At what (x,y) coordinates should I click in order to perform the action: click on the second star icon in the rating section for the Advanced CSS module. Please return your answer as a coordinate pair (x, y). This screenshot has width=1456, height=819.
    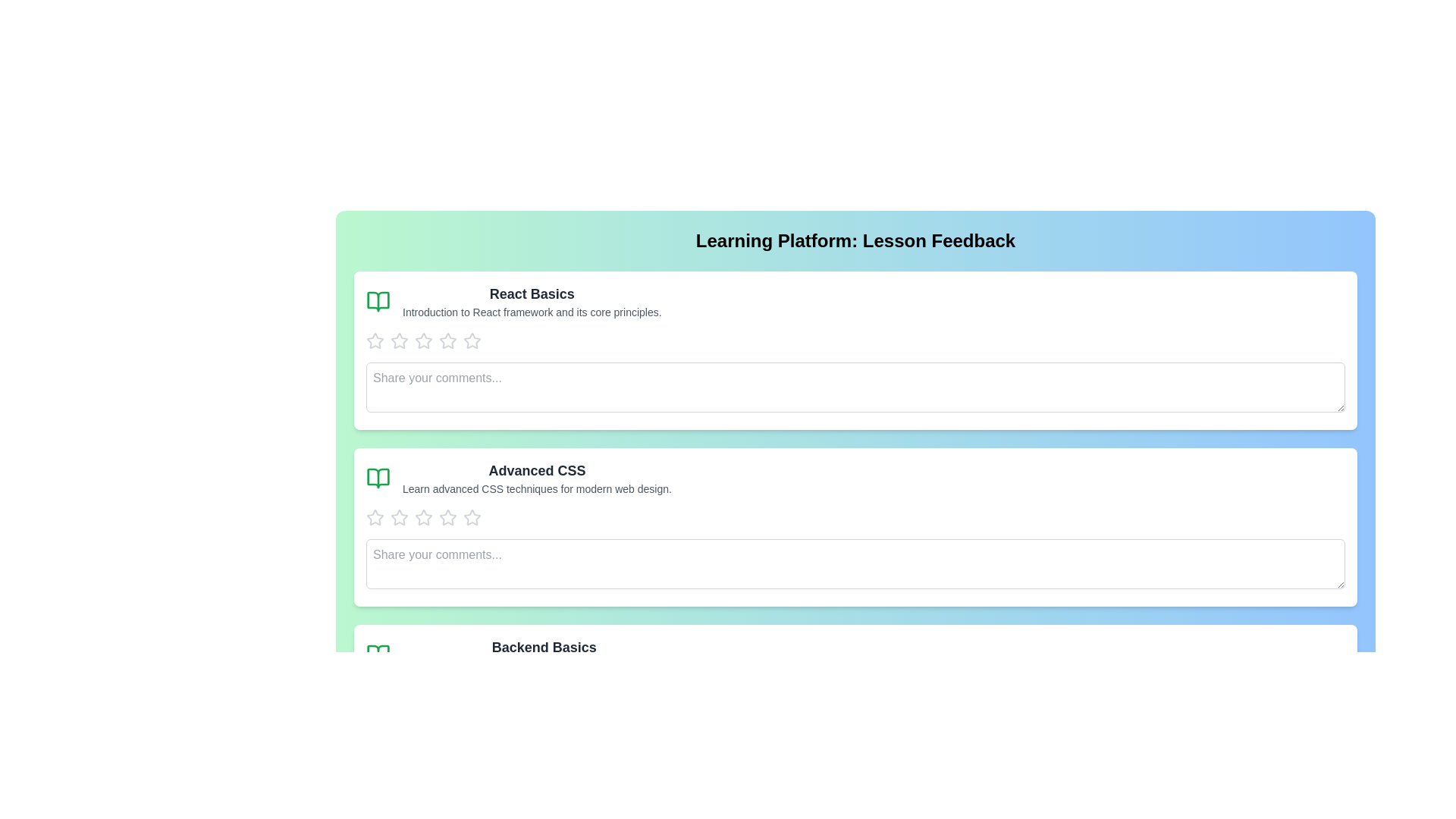
    Looking at the image, I should click on (447, 516).